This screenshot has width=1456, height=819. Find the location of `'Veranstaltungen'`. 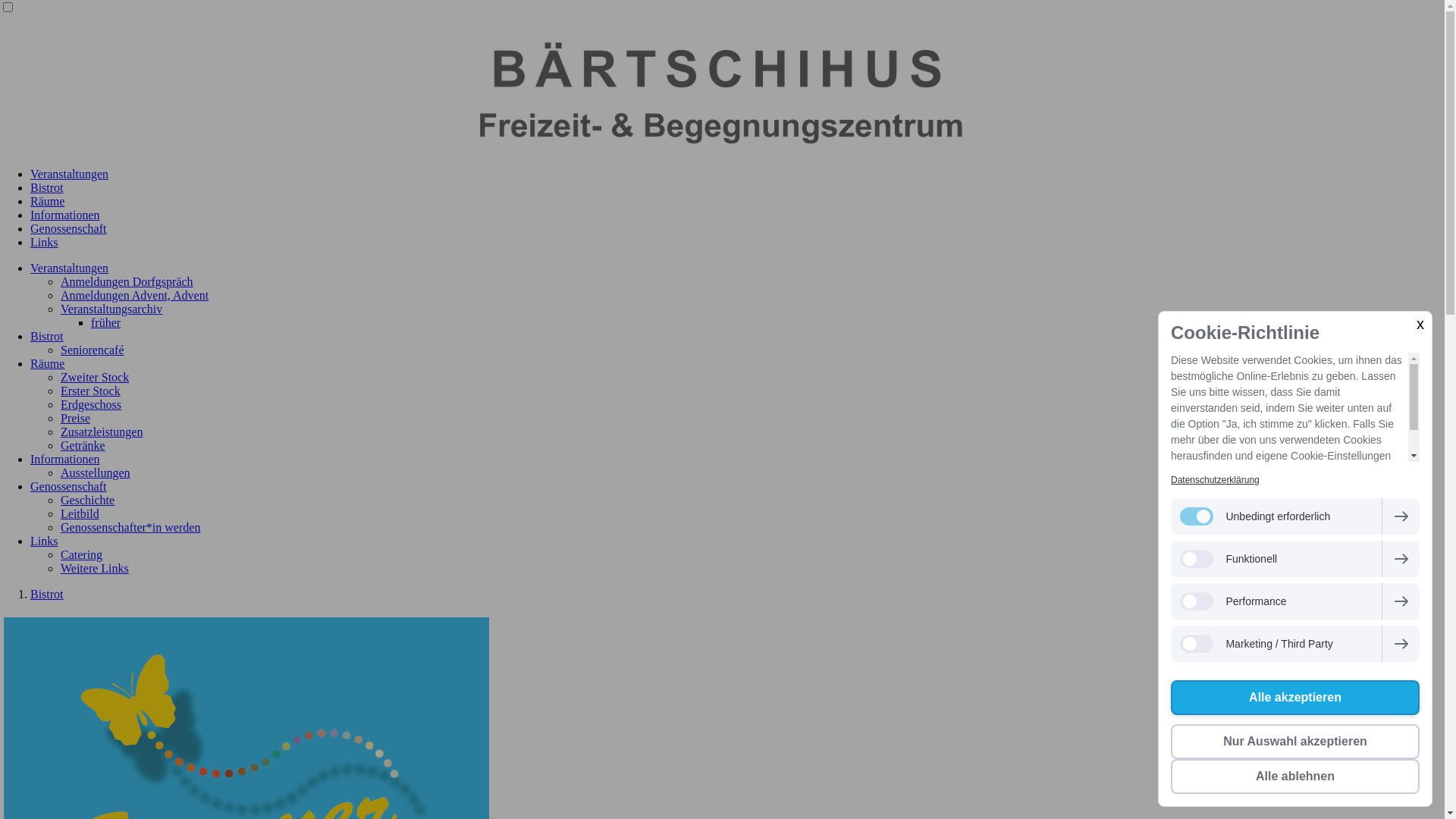

'Veranstaltungen' is located at coordinates (68, 267).